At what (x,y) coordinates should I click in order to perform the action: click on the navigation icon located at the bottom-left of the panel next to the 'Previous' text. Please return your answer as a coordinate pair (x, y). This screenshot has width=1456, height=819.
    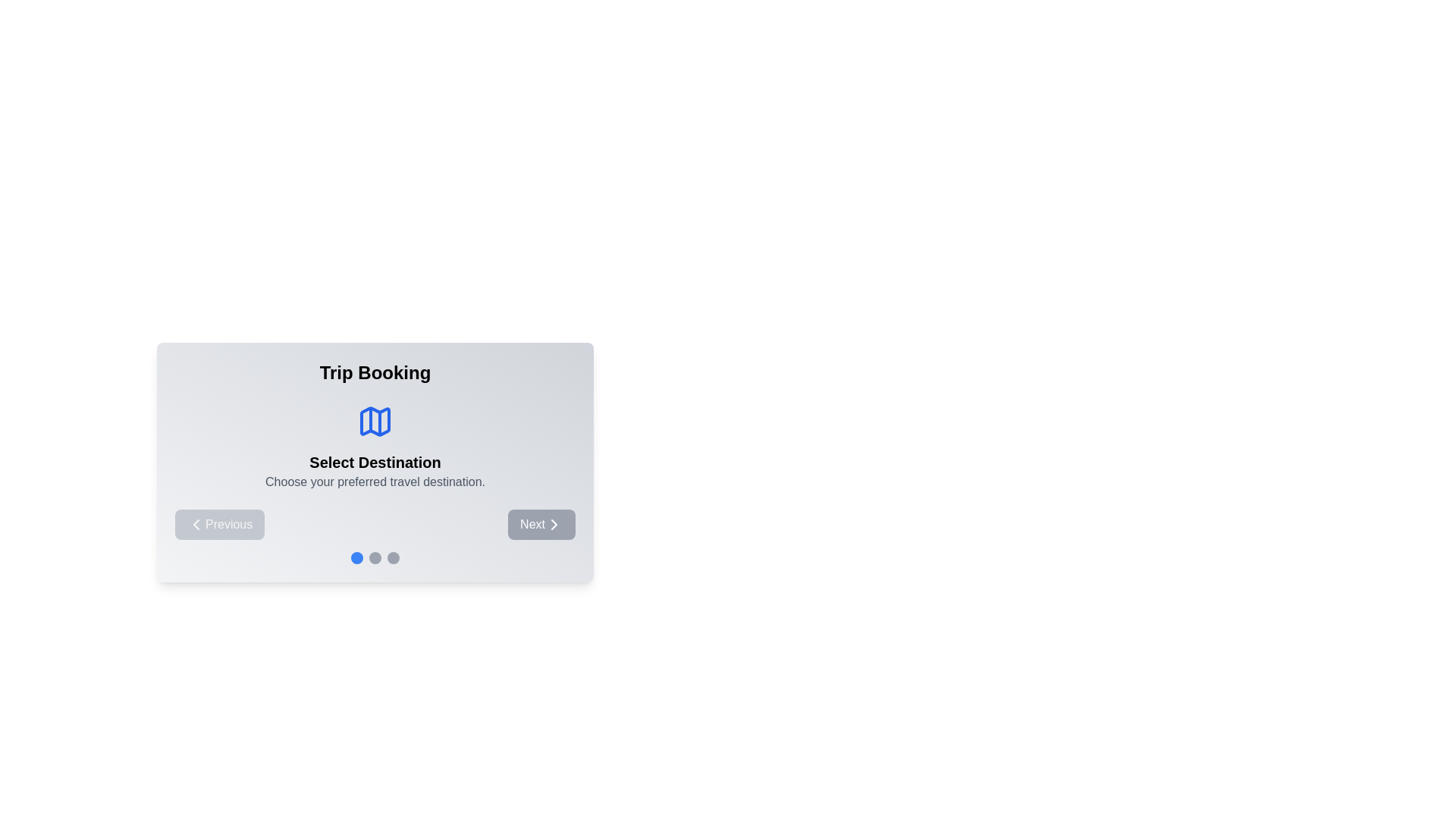
    Looking at the image, I should click on (196, 523).